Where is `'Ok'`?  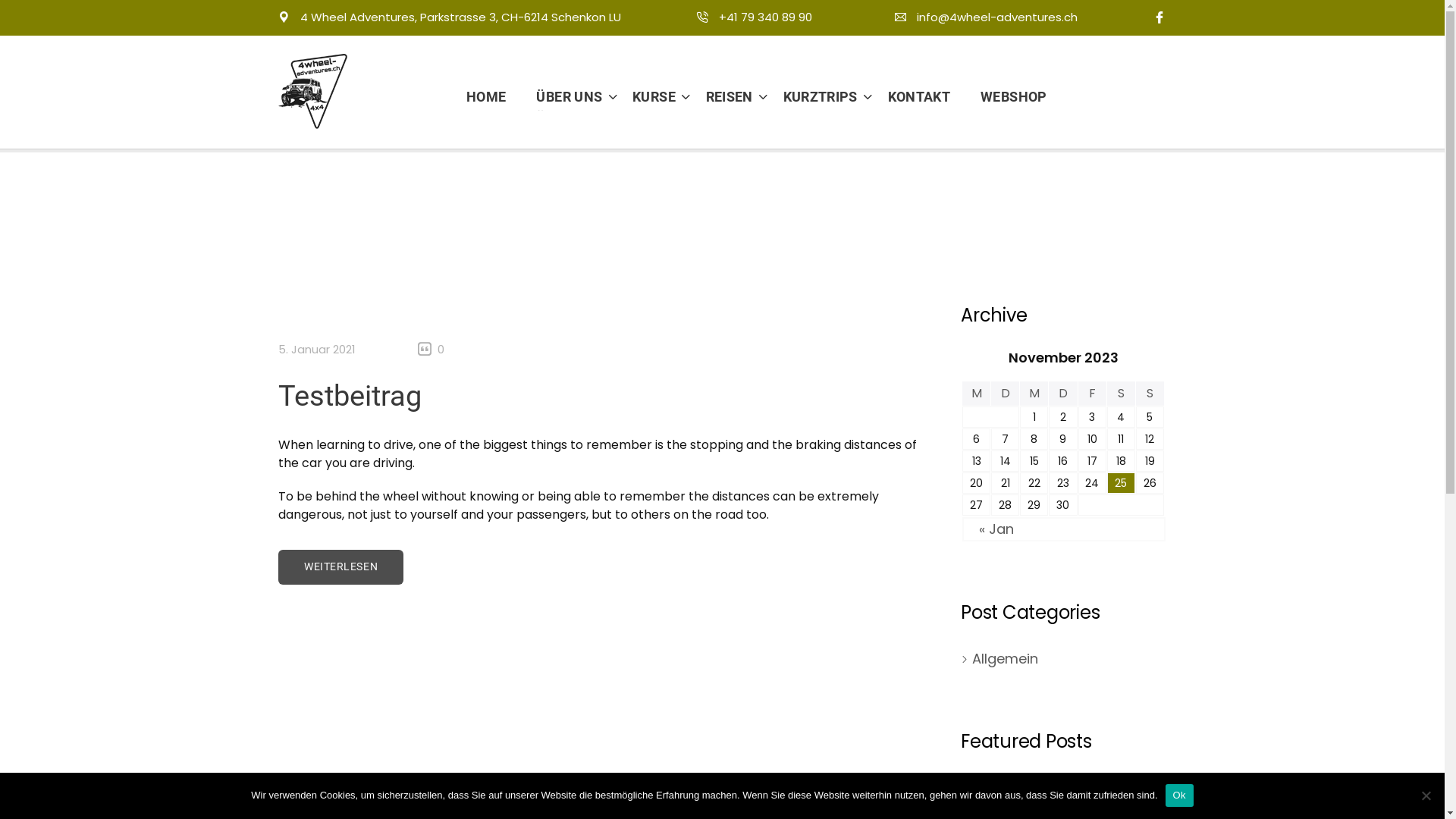
'Ok' is located at coordinates (1178, 795).